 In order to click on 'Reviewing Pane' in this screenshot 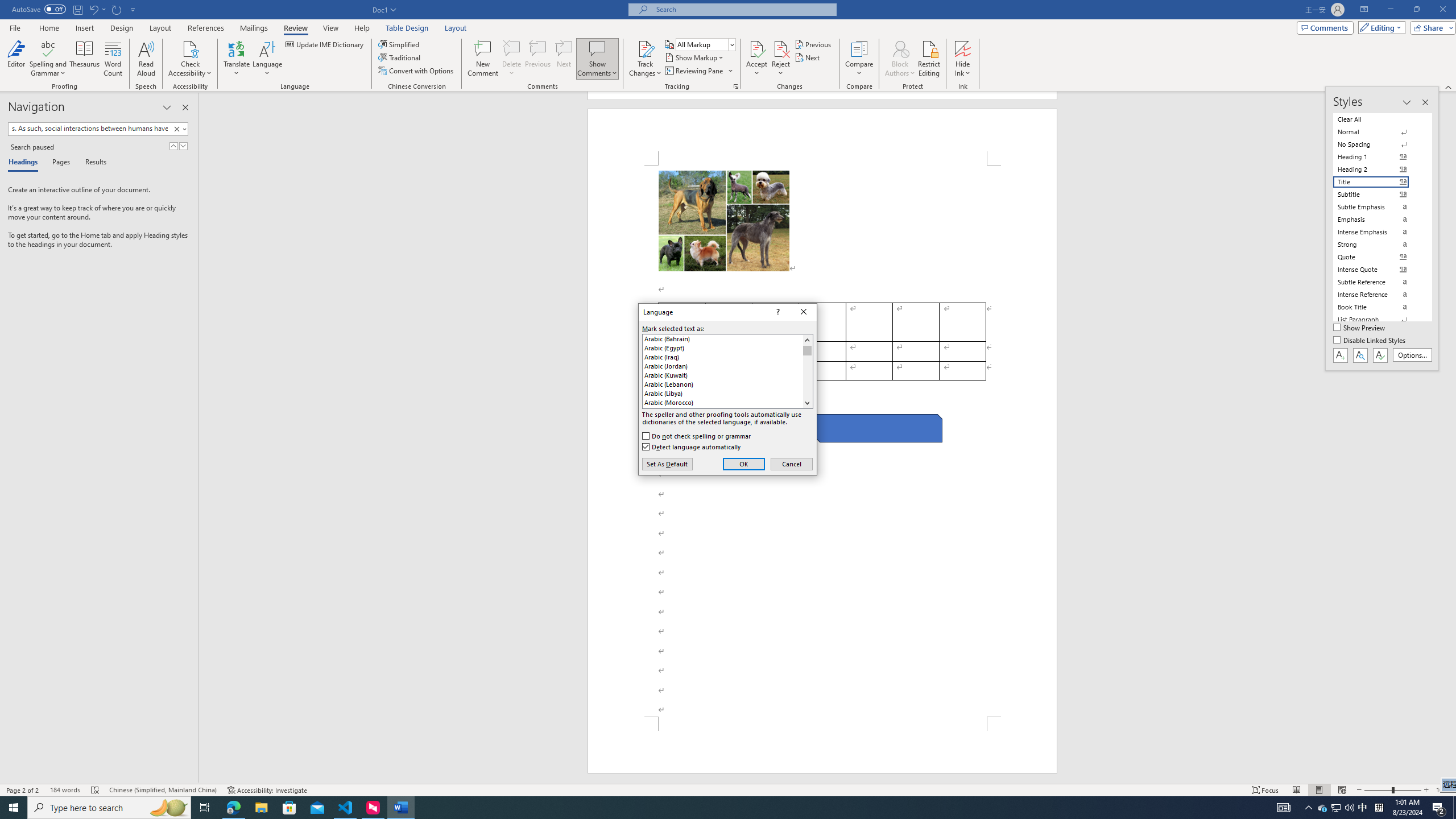, I will do `click(698, 69)`.